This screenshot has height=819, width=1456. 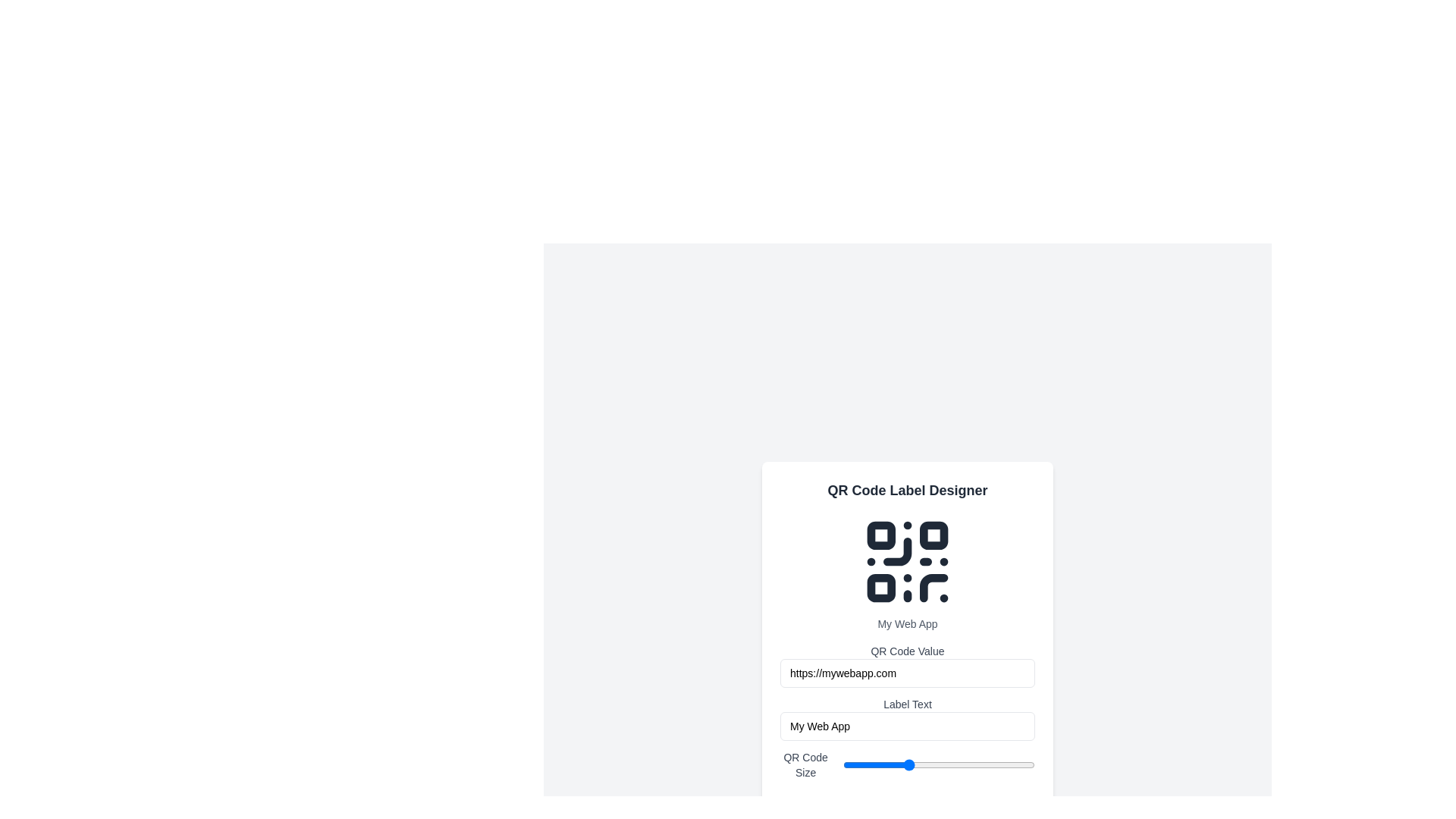 What do you see at coordinates (861, 765) in the screenshot?
I see `the QR code size` at bounding box center [861, 765].